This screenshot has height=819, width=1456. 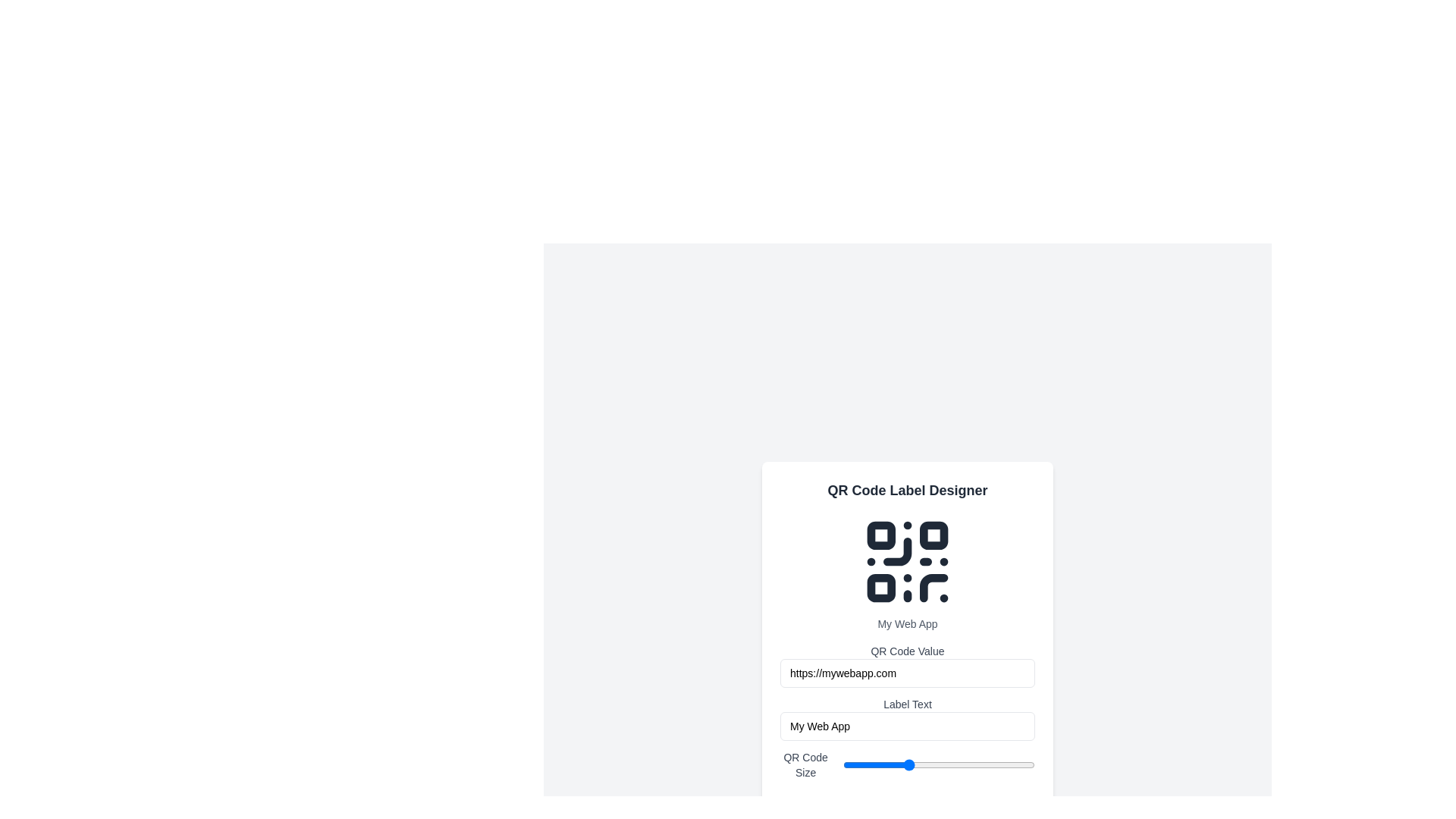 What do you see at coordinates (861, 765) in the screenshot?
I see `the QR code size` at bounding box center [861, 765].